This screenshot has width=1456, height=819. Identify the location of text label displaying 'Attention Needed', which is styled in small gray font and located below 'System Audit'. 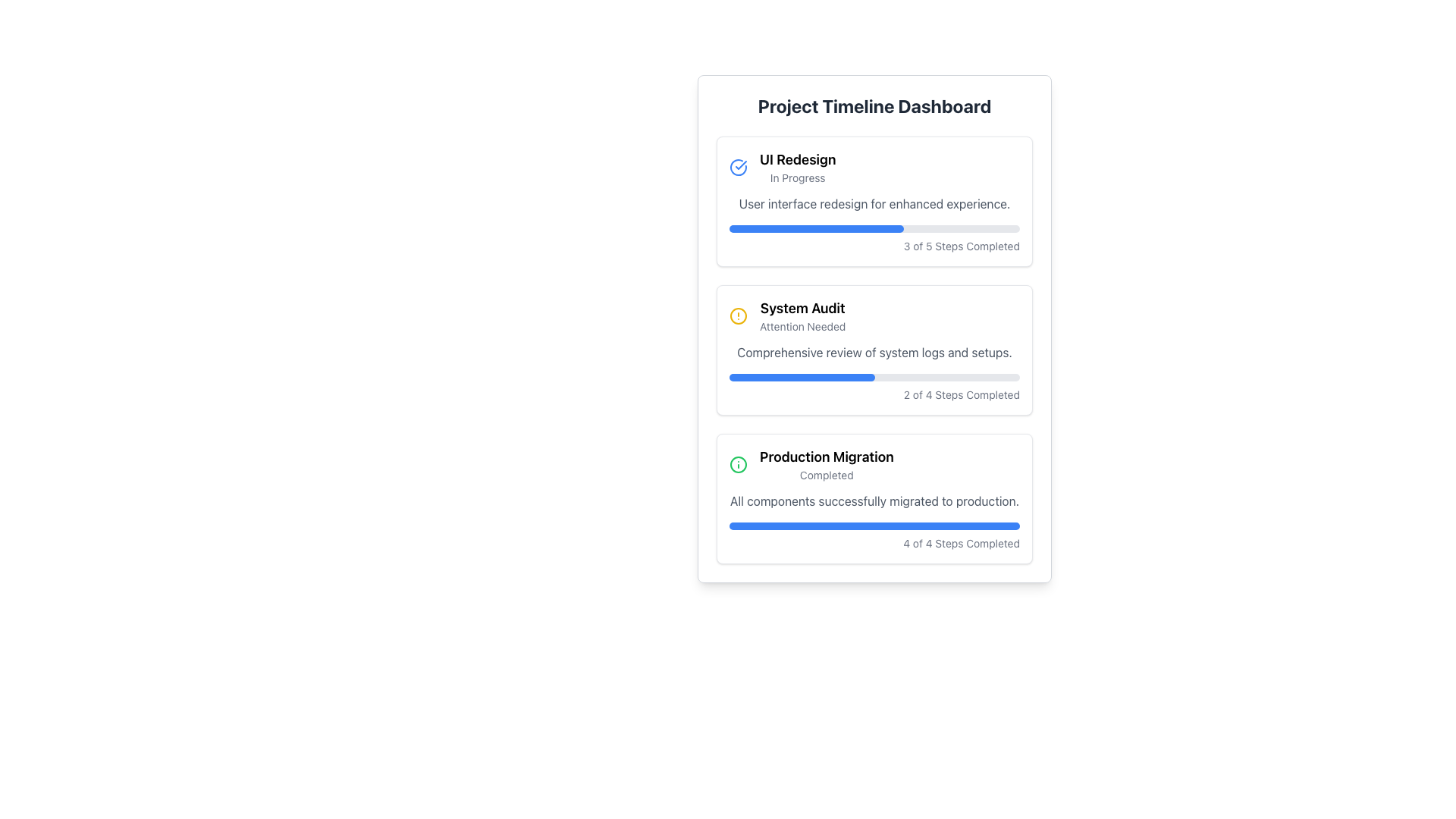
(802, 326).